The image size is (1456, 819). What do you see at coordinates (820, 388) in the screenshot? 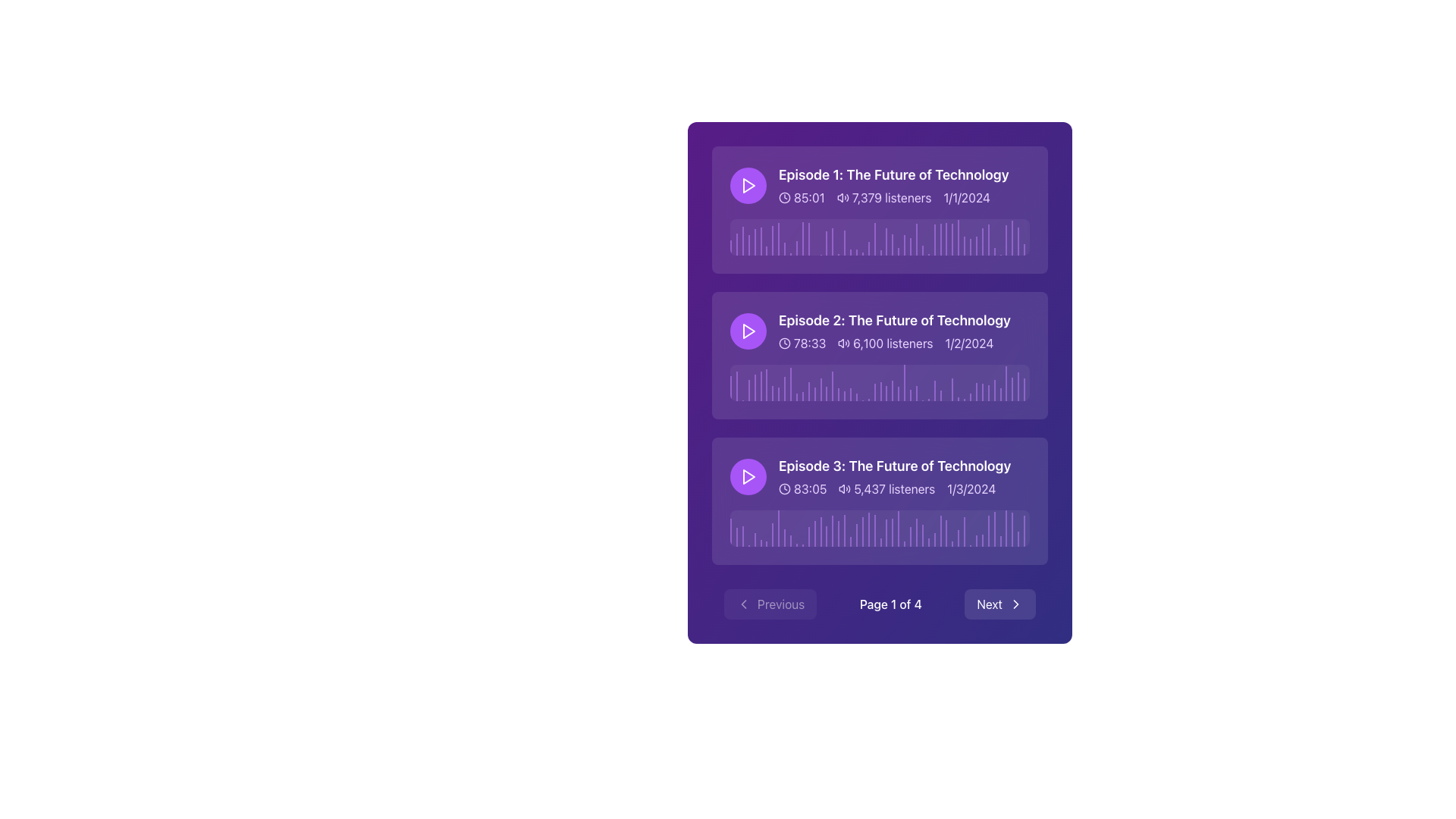
I see `the visual marker or progress indicator within the second waveform progress bar, which indicates the current playback position in the audio` at bounding box center [820, 388].